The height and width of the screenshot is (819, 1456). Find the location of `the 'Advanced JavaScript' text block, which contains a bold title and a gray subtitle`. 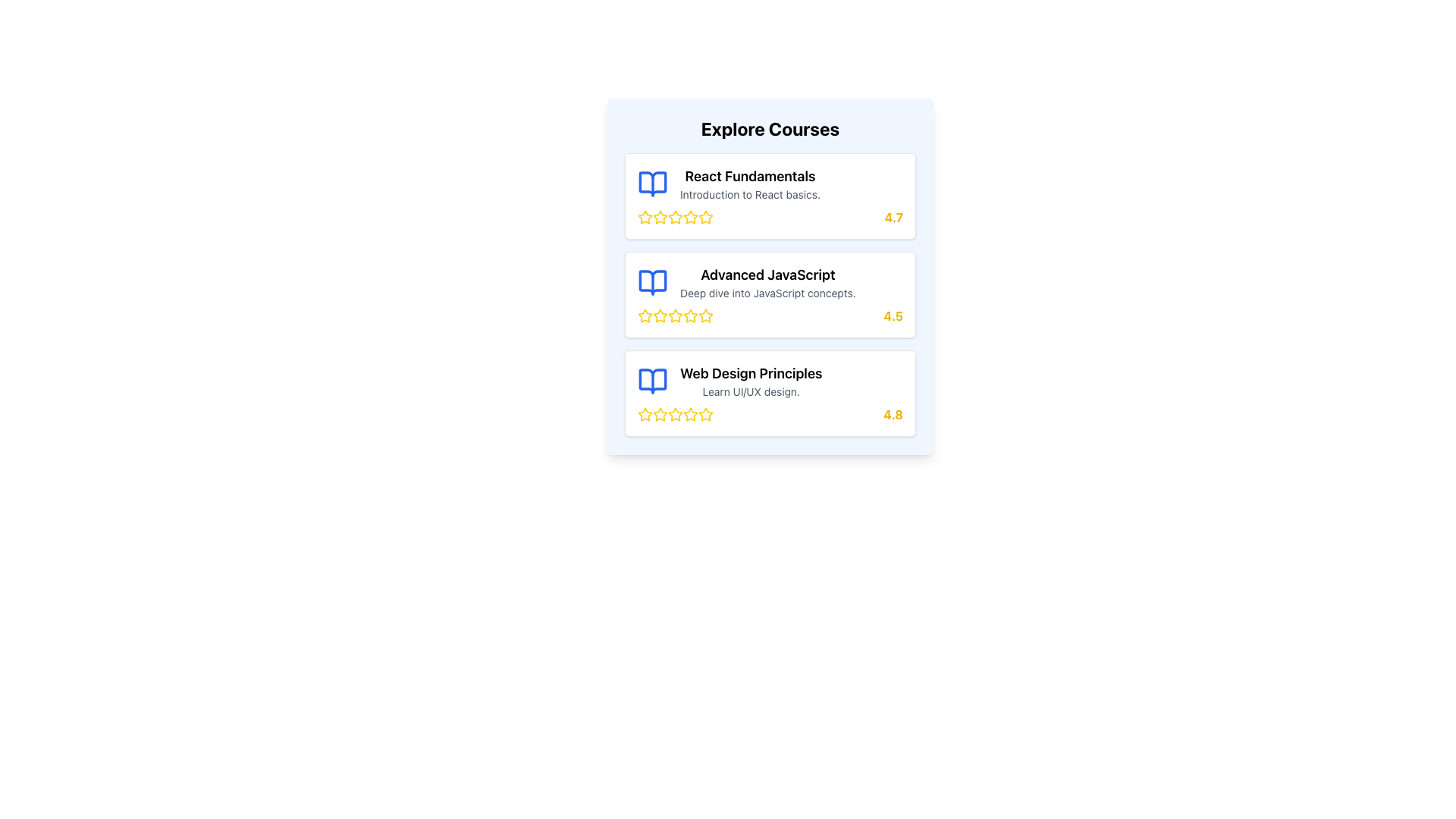

the 'Advanced JavaScript' text block, which contains a bold title and a gray subtitle is located at coordinates (767, 283).